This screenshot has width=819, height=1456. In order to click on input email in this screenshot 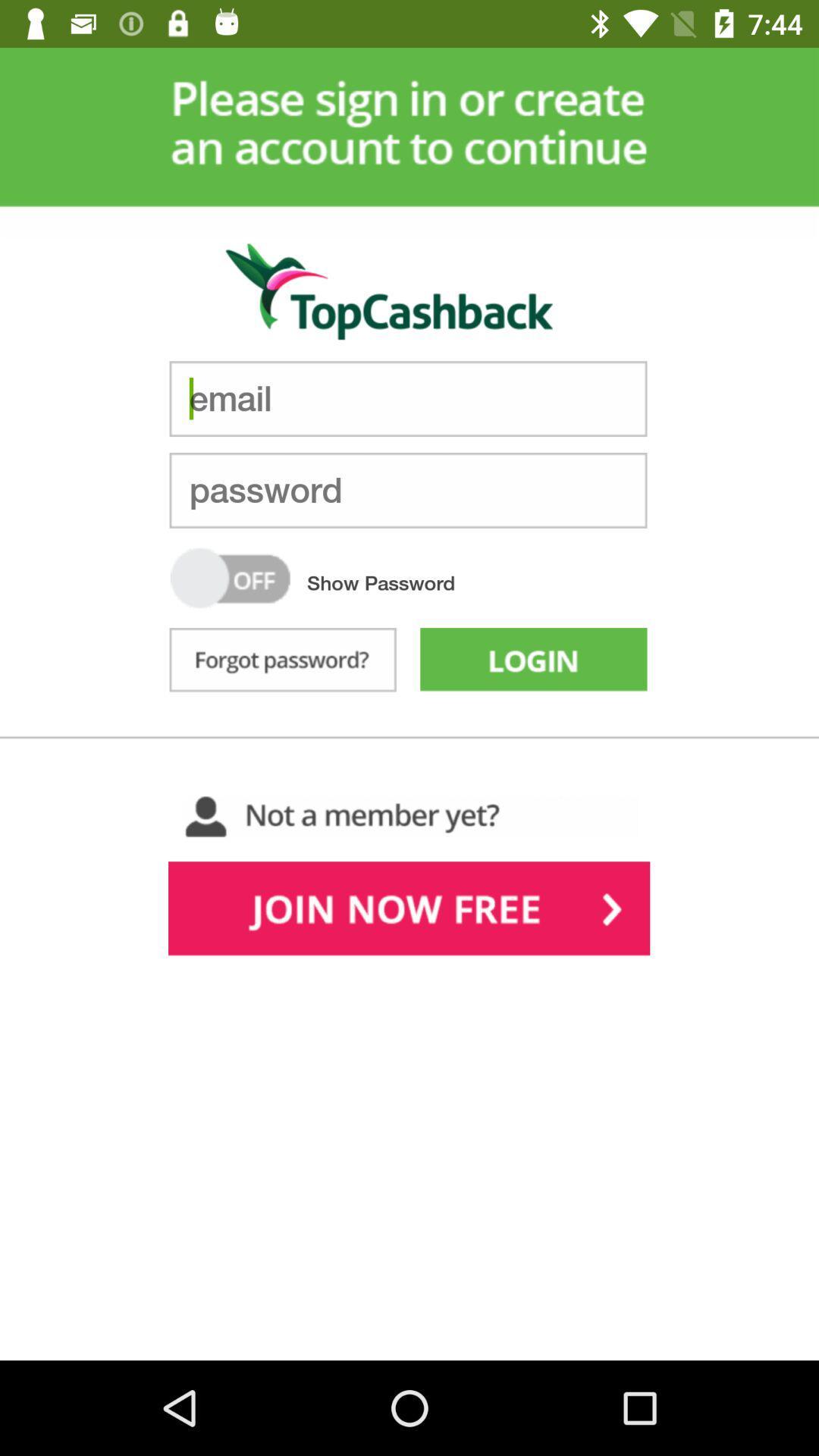, I will do `click(407, 399)`.